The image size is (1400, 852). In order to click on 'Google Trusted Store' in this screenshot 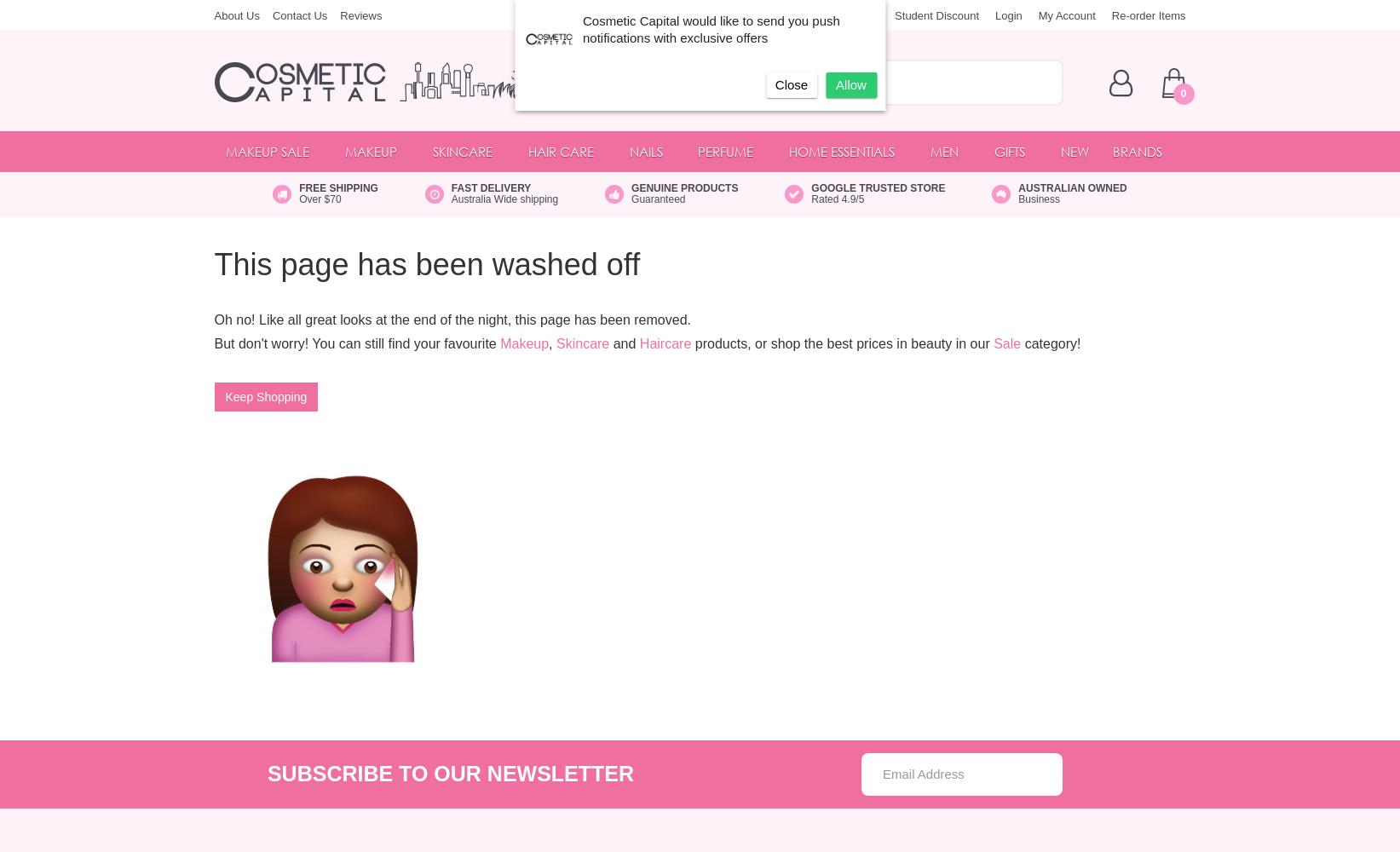, I will do `click(877, 187)`.